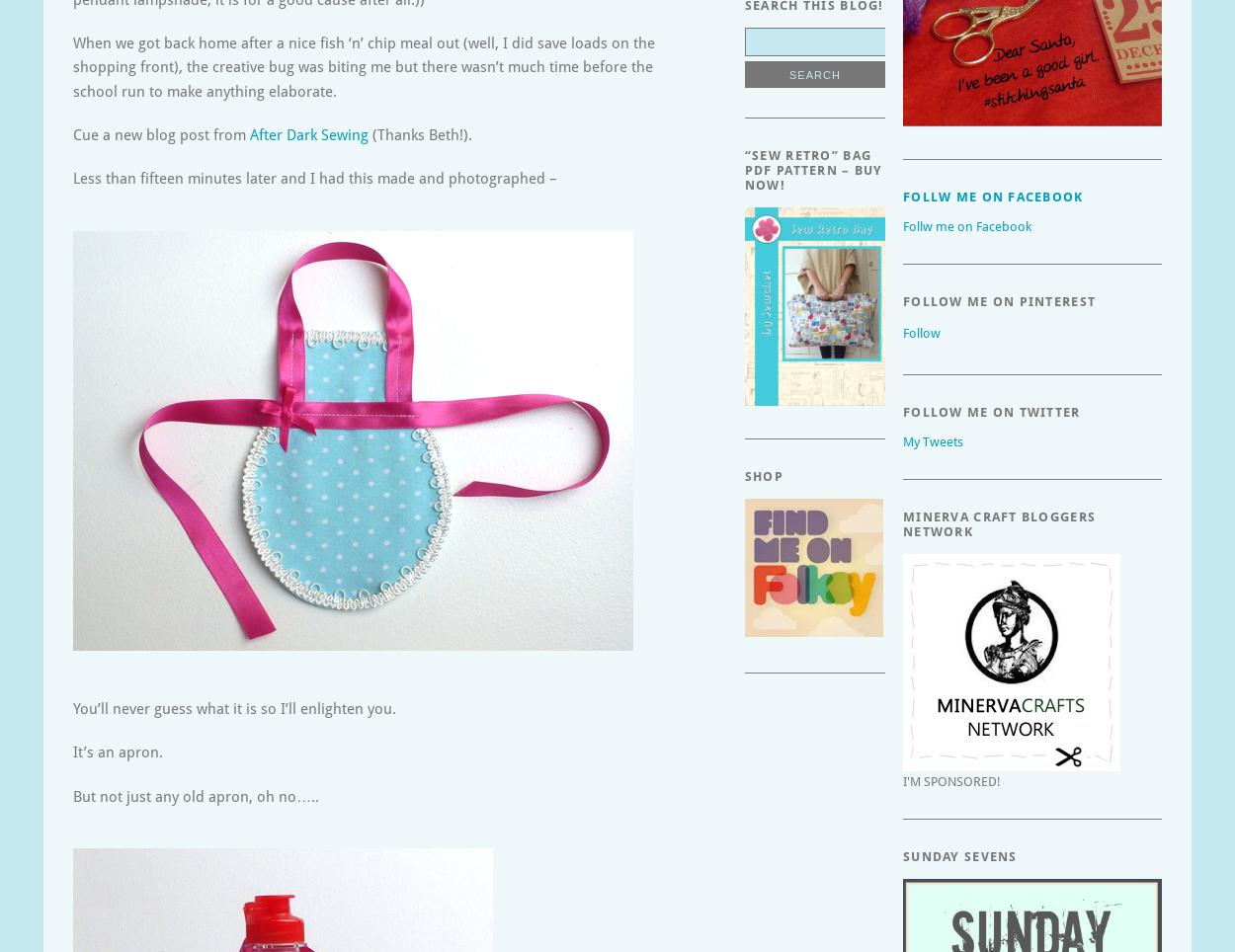 The height and width of the screenshot is (952, 1235). I want to click on 'Sunday Sevens', so click(958, 855).